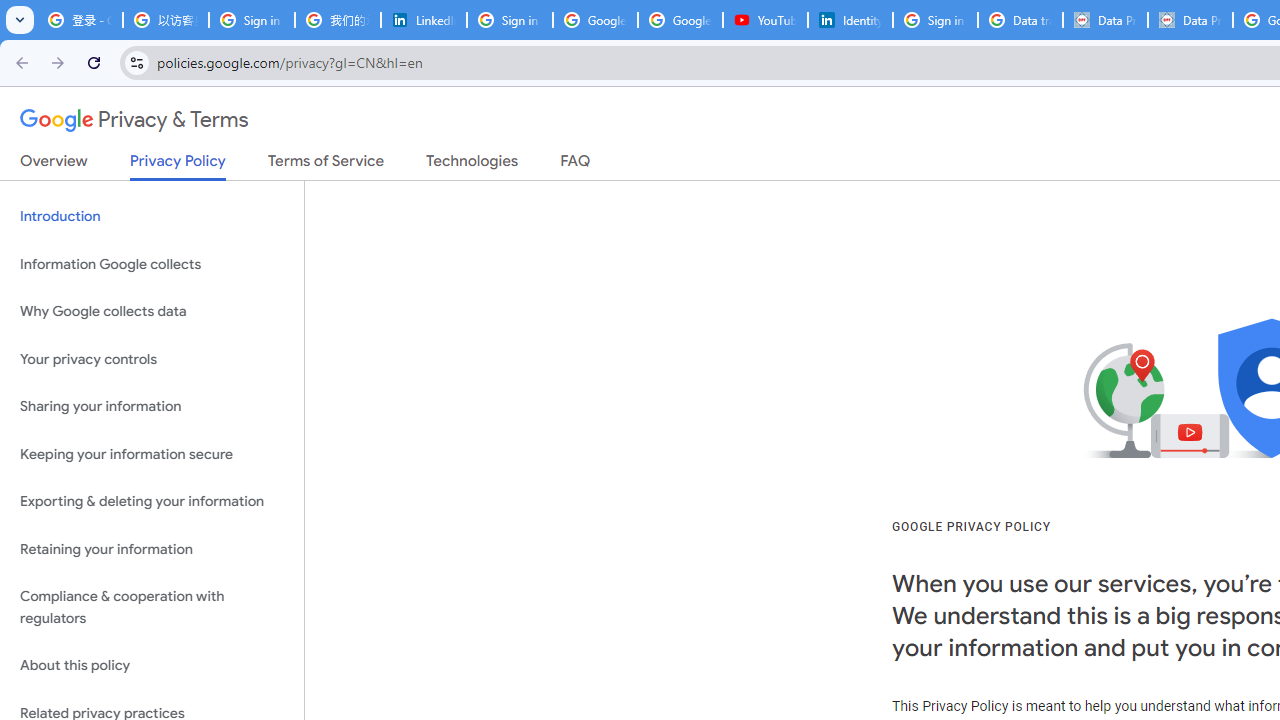 The image size is (1280, 720). What do you see at coordinates (151, 358) in the screenshot?
I see `'Your privacy controls'` at bounding box center [151, 358].